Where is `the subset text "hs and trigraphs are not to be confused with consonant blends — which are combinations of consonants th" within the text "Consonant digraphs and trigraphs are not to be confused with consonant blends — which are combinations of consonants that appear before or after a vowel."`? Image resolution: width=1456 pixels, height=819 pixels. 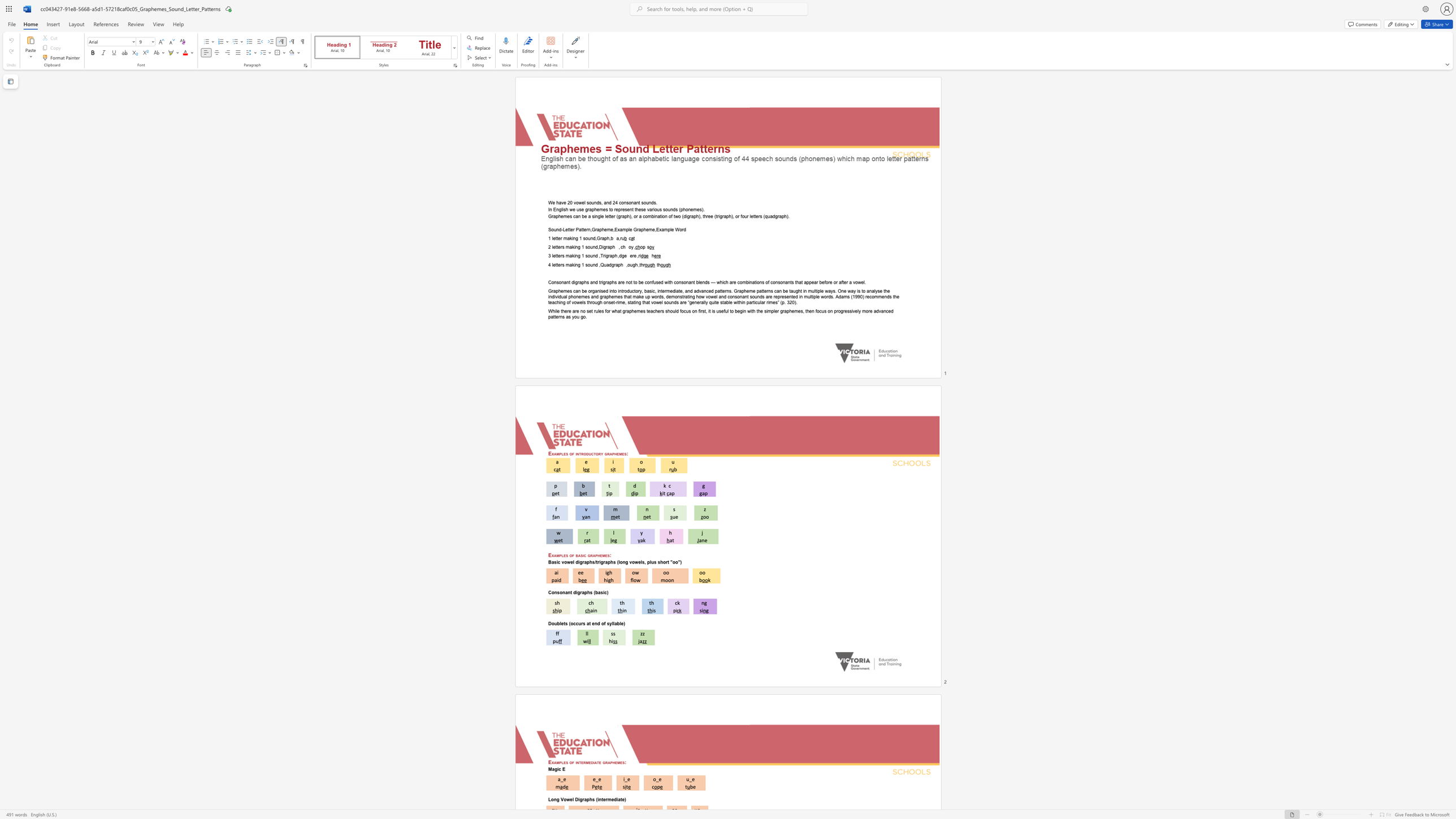
the subset text "hs and trigraphs are not to be confused with consonant blends — which are combinations of consonants th" within the text "Consonant digraphs and trigraphs are not to be confused with consonant blends — which are combinations of consonants that appear before or after a vowel." is located at coordinates (583, 281).